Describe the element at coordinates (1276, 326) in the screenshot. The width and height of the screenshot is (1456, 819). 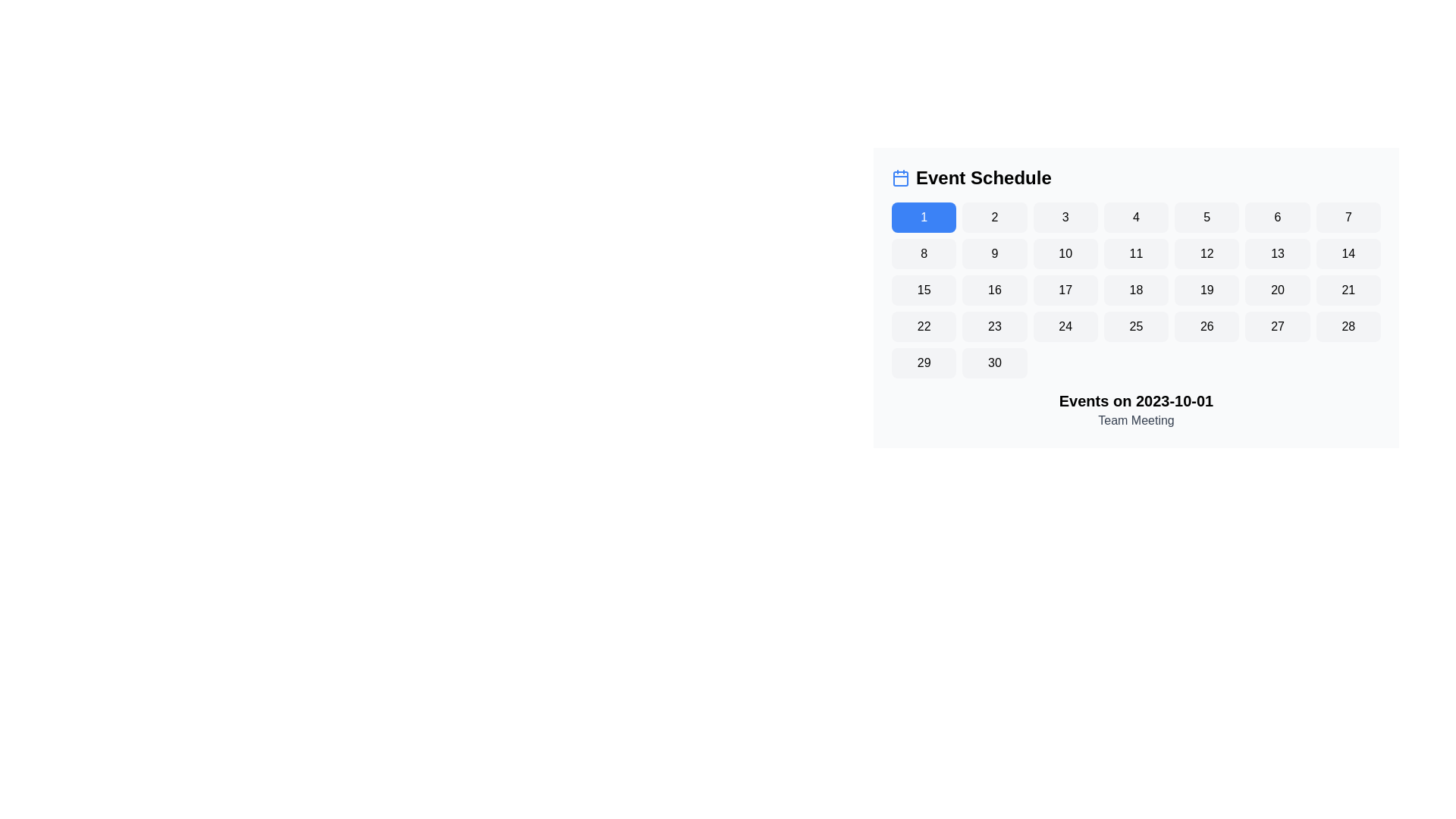
I see `the calendar date button representing the date '27'` at that location.